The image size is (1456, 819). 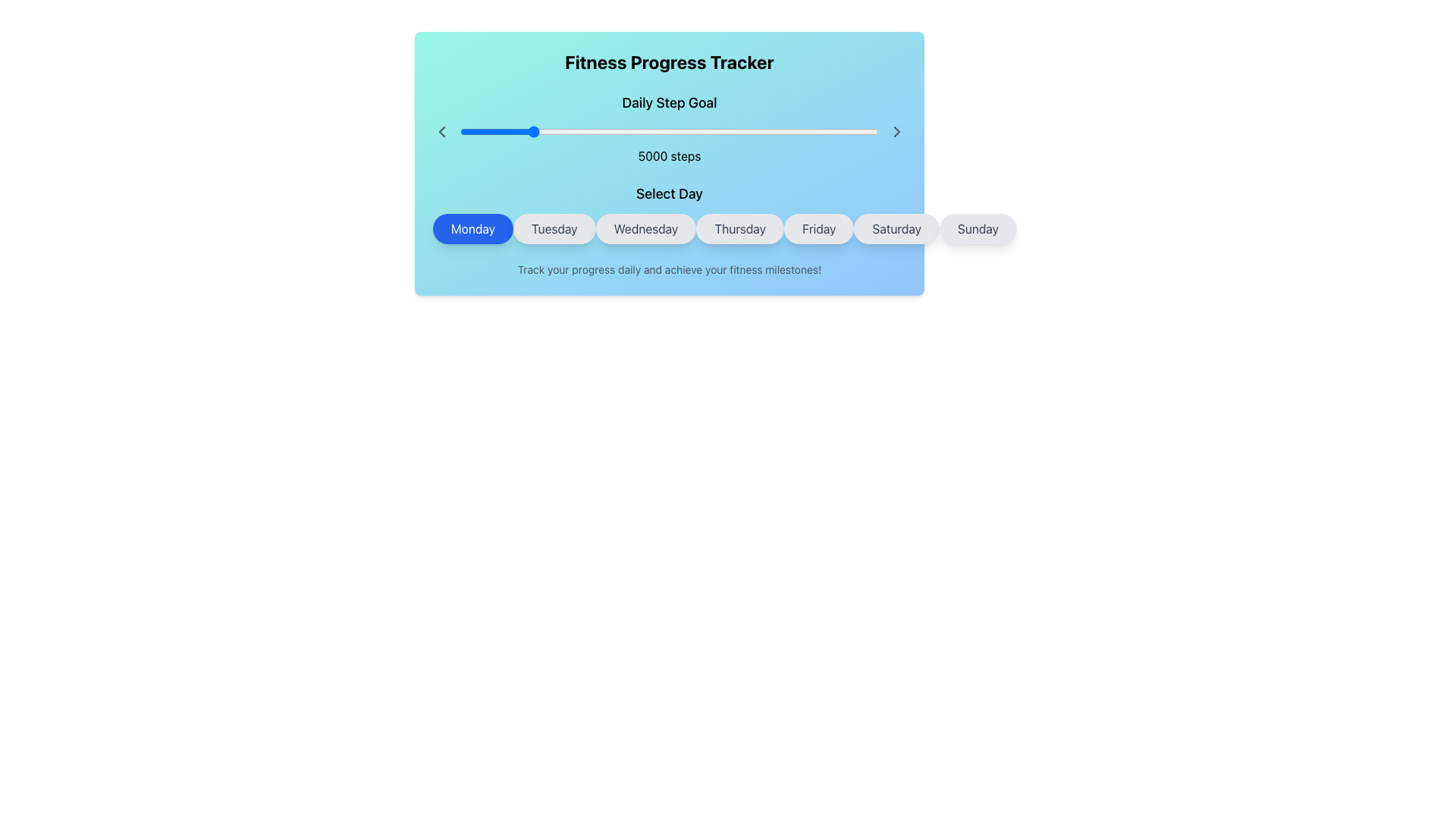 What do you see at coordinates (874, 130) in the screenshot?
I see `the daily step goal slider` at bounding box center [874, 130].